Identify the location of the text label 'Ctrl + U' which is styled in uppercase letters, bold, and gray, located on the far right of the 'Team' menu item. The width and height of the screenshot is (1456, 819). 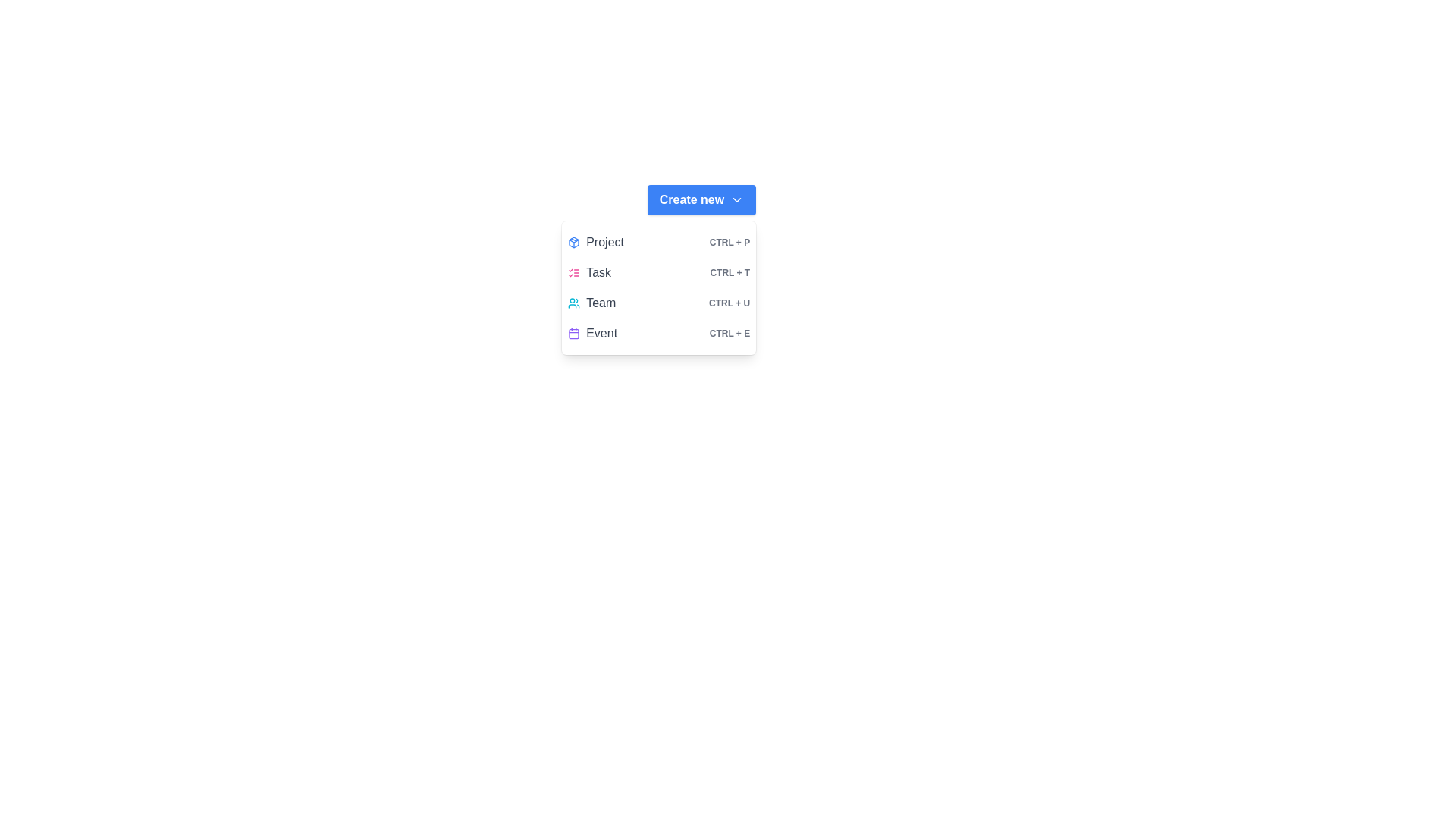
(730, 303).